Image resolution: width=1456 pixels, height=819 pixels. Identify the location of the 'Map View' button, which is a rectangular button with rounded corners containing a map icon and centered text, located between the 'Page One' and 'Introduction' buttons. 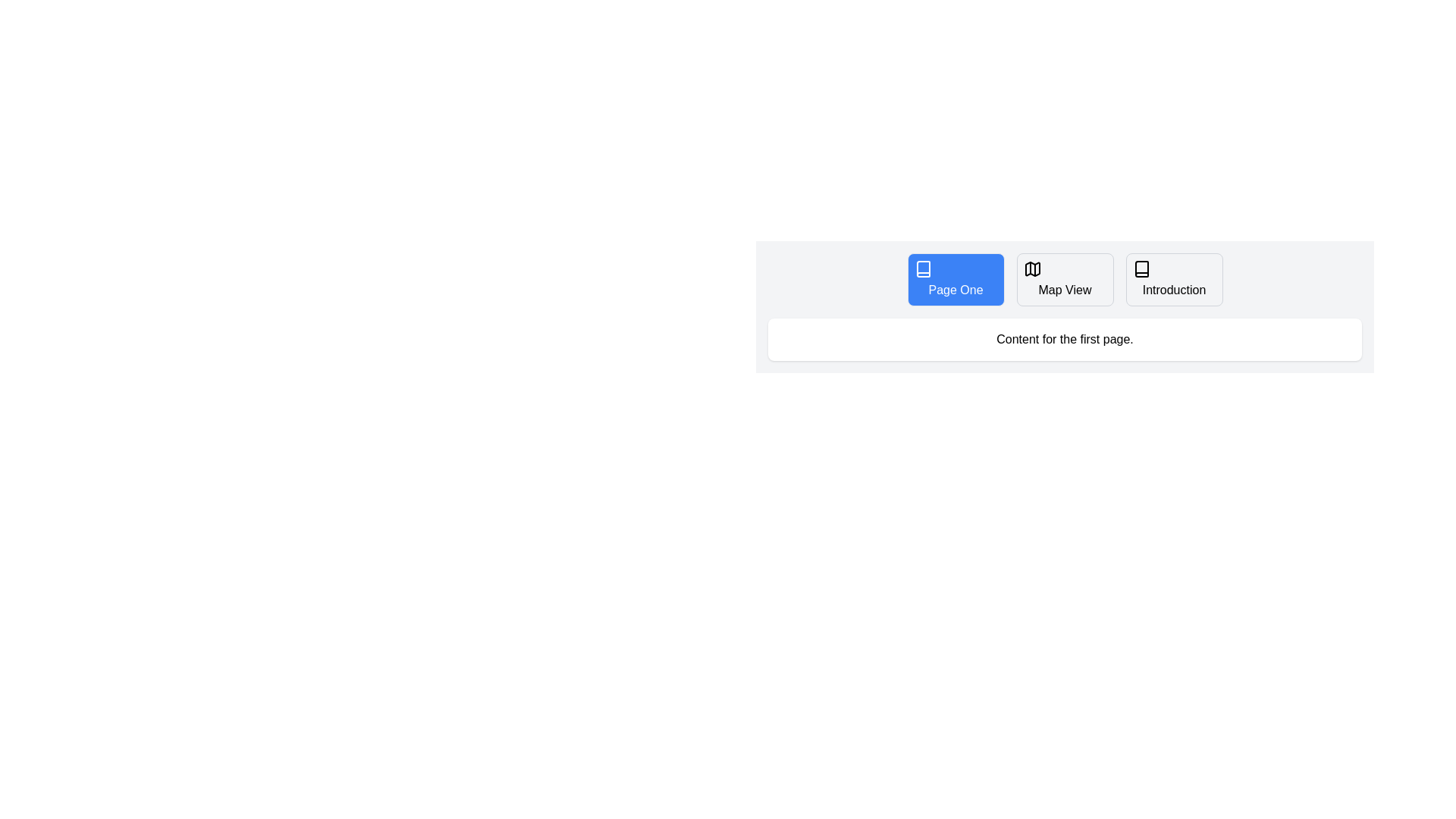
(1064, 280).